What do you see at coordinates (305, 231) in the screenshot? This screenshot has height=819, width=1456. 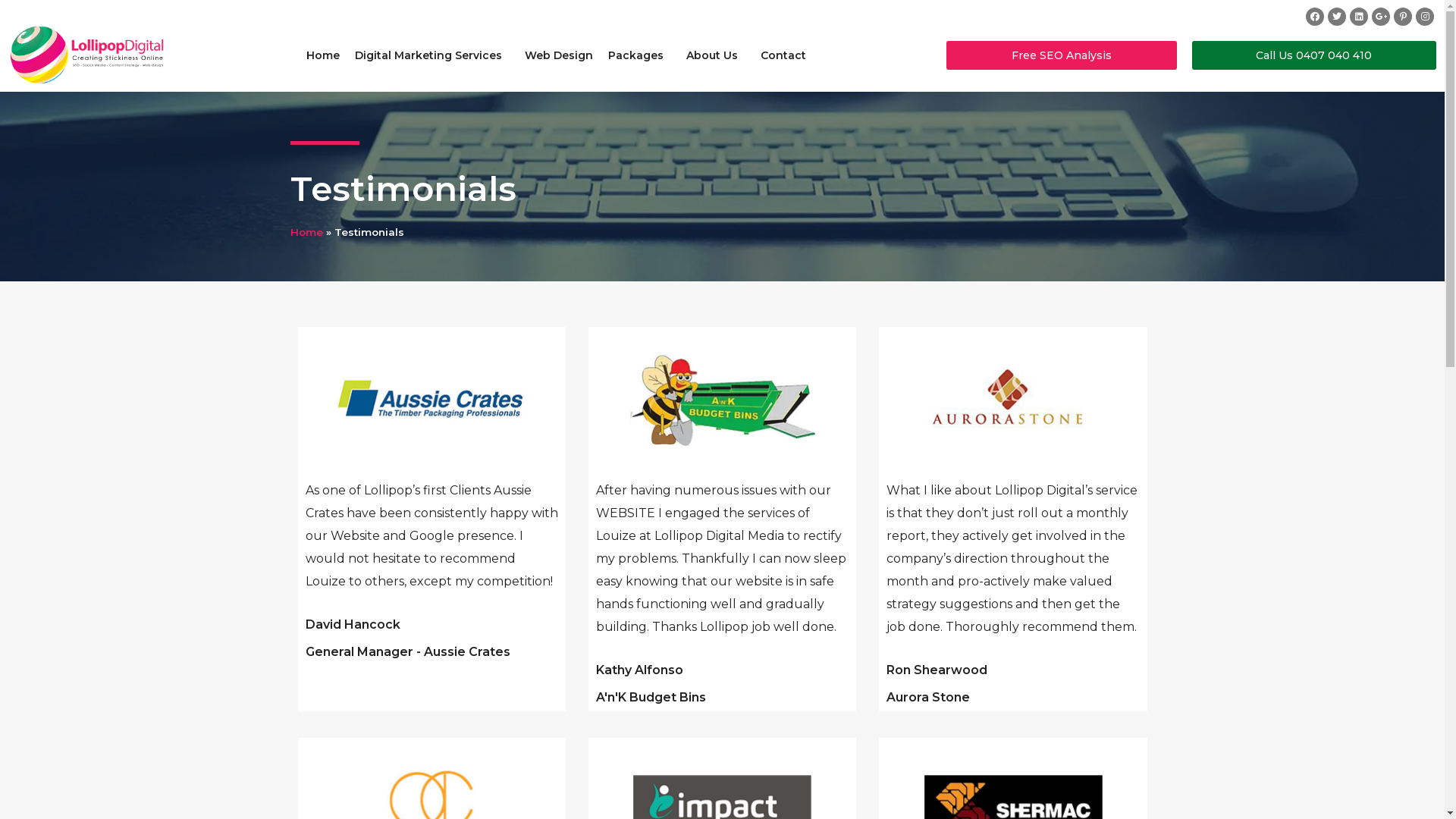 I see `'Home'` at bounding box center [305, 231].